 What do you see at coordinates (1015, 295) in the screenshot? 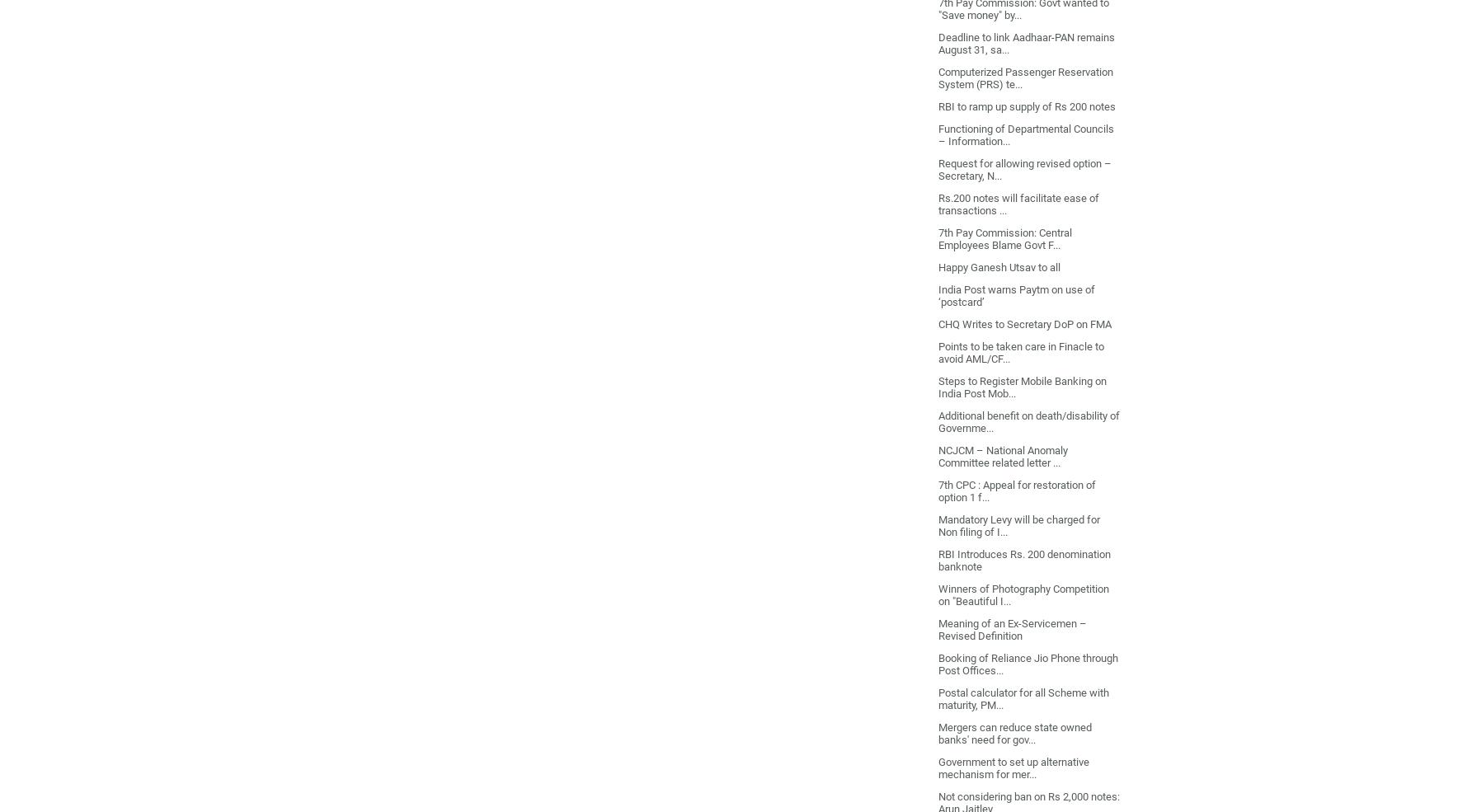
I see `'India Post warns Paytm on use of ‘postcard’'` at bounding box center [1015, 295].